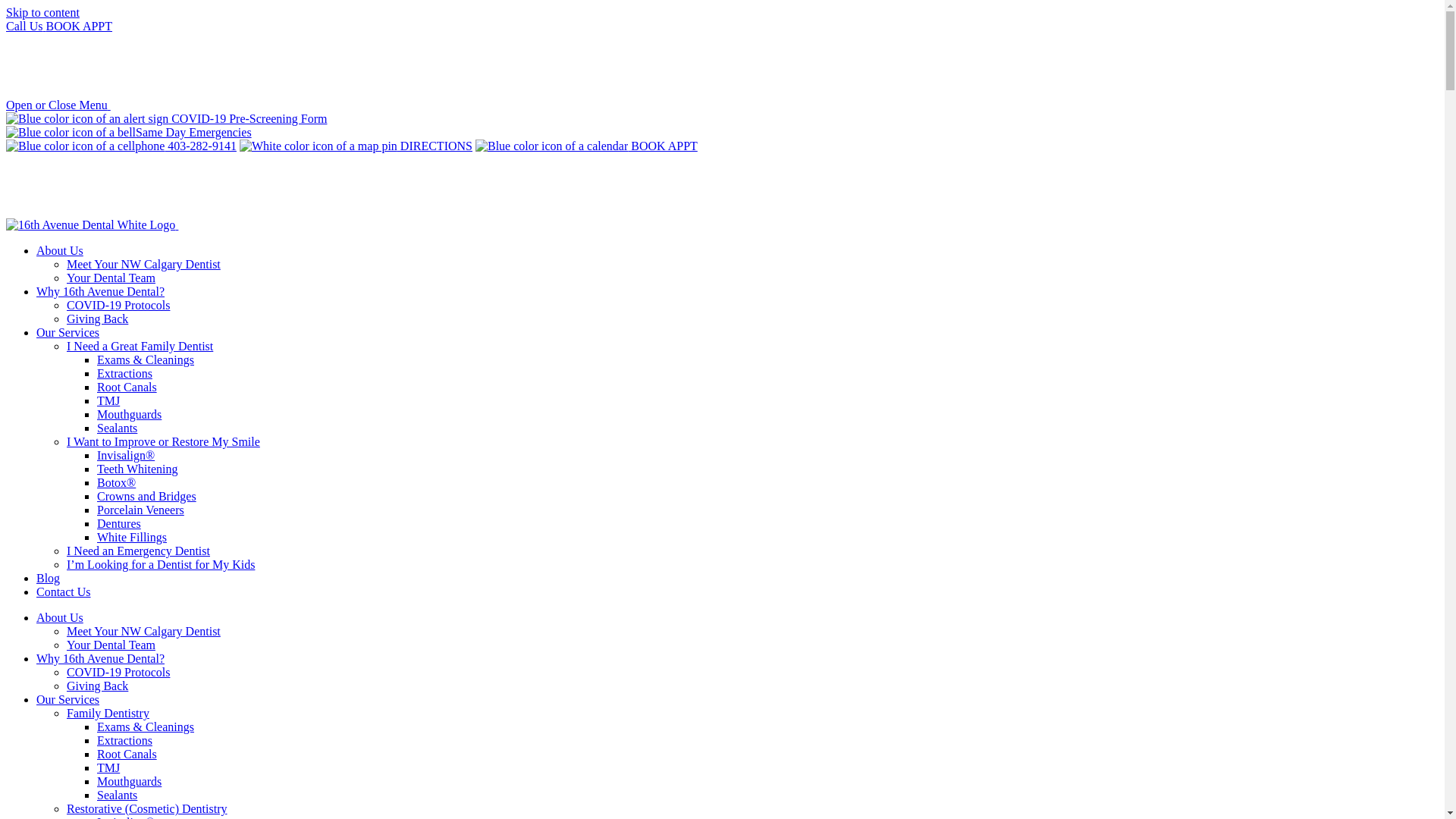  I want to click on 'Open or Close Menu', so click(58, 104).